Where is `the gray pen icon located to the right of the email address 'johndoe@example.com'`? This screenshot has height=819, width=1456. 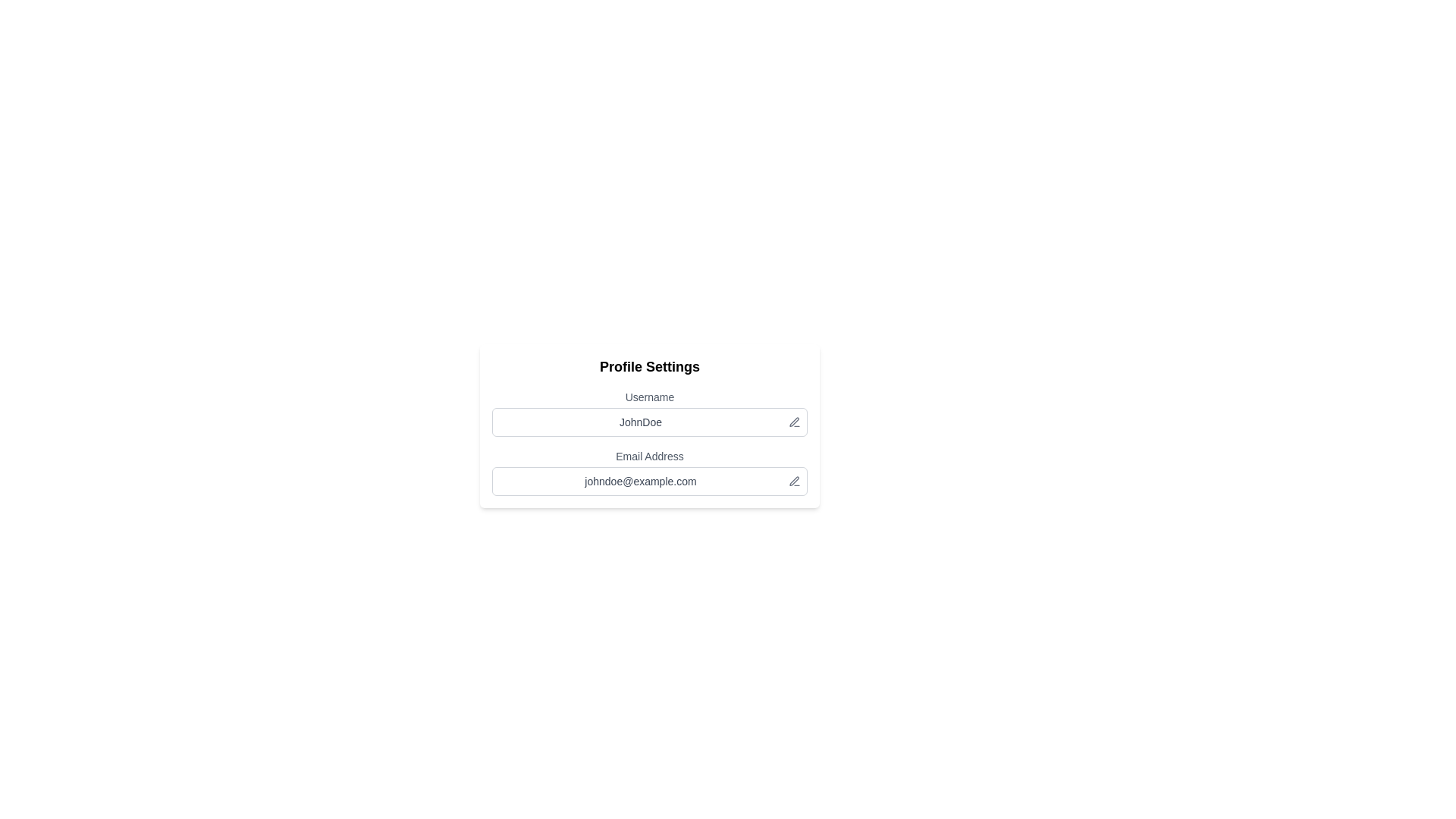 the gray pen icon located to the right of the email address 'johndoe@example.com' is located at coordinates (793, 482).